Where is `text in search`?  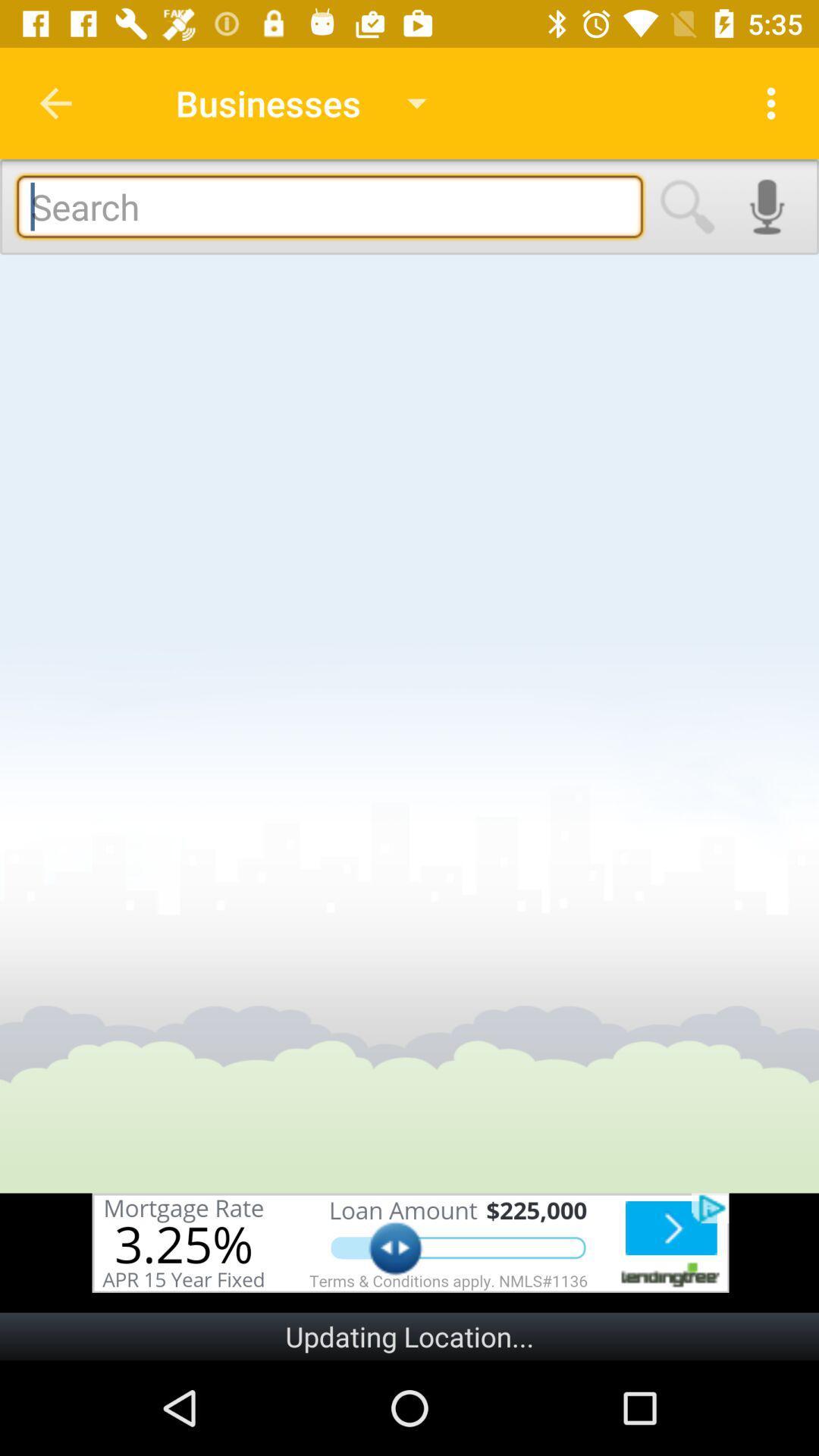
text in search is located at coordinates (329, 206).